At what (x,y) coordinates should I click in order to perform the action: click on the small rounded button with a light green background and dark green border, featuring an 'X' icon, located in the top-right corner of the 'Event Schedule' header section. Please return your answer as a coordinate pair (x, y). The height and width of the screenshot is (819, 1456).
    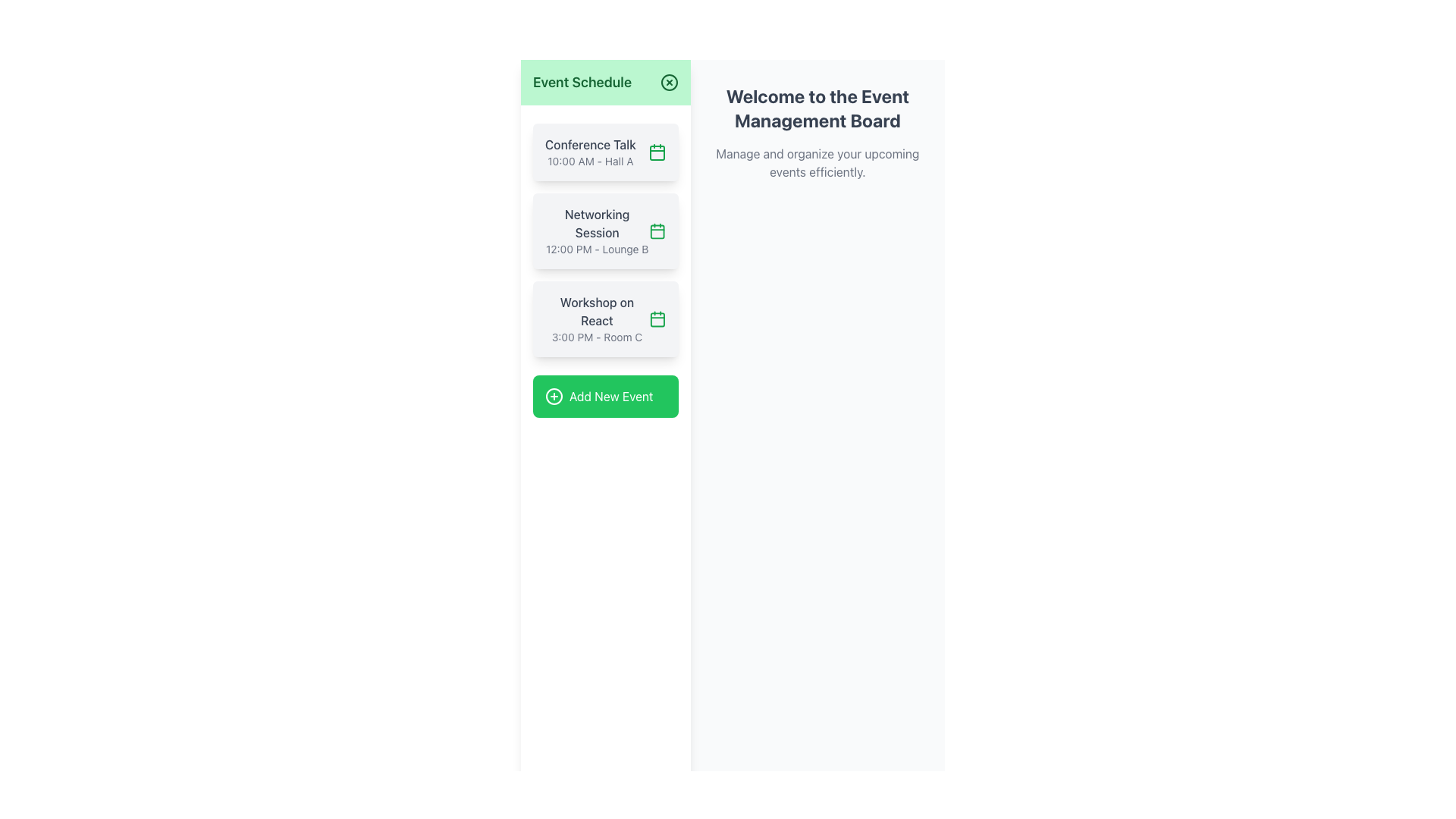
    Looking at the image, I should click on (668, 82).